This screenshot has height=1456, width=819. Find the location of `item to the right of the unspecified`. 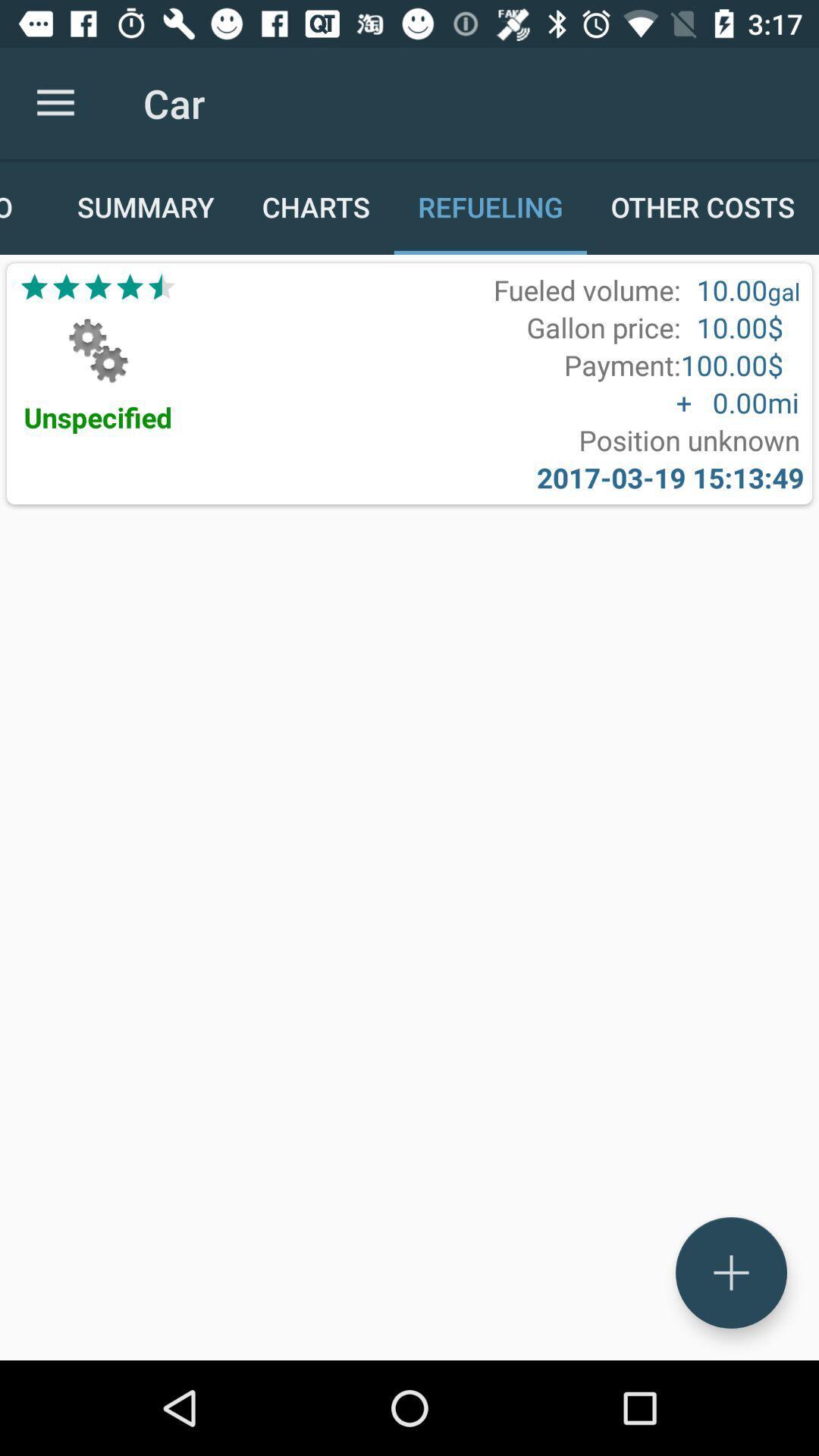

item to the right of the unspecified is located at coordinates (689, 439).